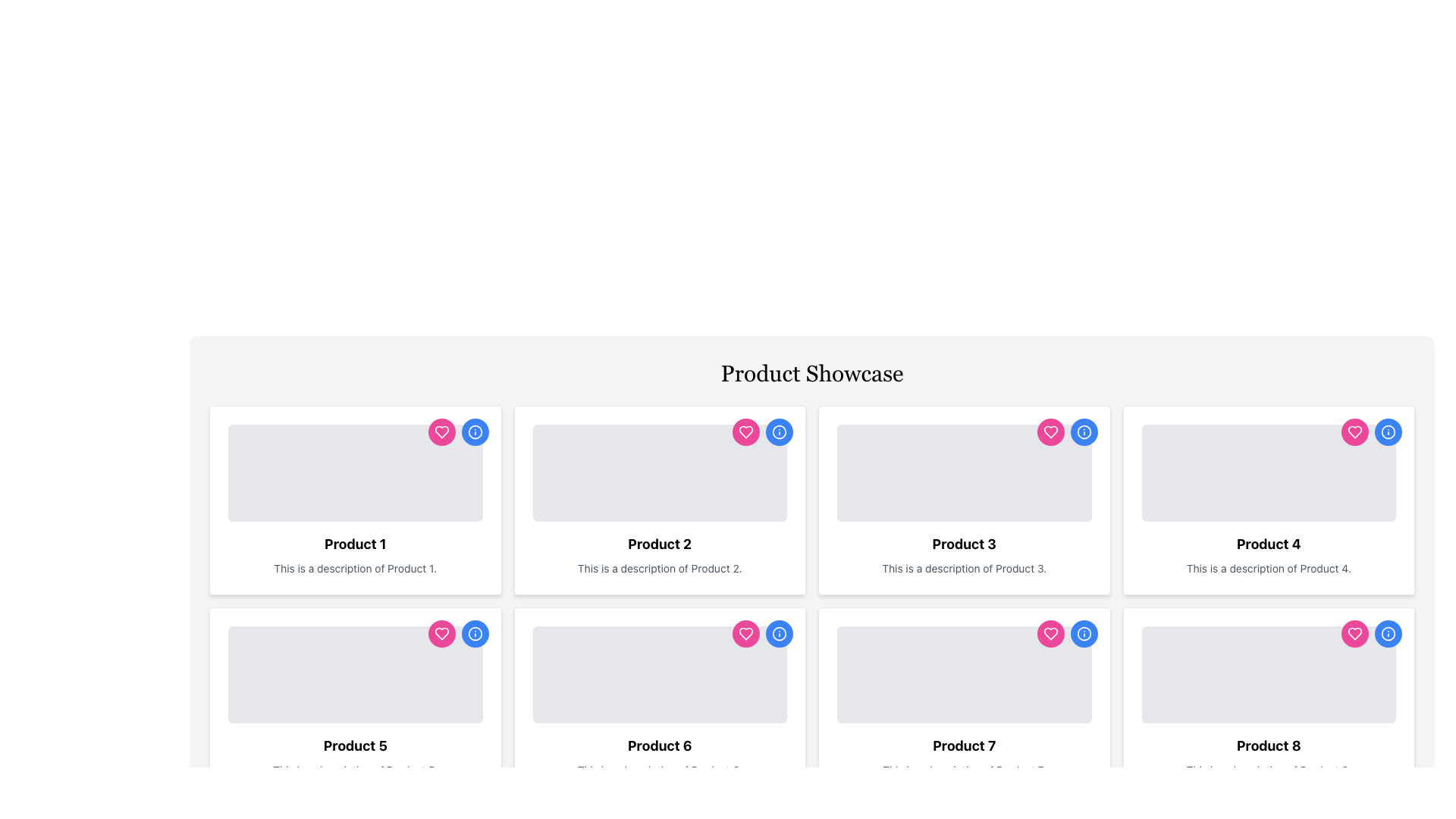 Image resolution: width=1456 pixels, height=819 pixels. What do you see at coordinates (745, 432) in the screenshot?
I see `the circular button with a pink background and a white heart icon located in the top-right corner of the card labeled 'Product 2'` at bounding box center [745, 432].